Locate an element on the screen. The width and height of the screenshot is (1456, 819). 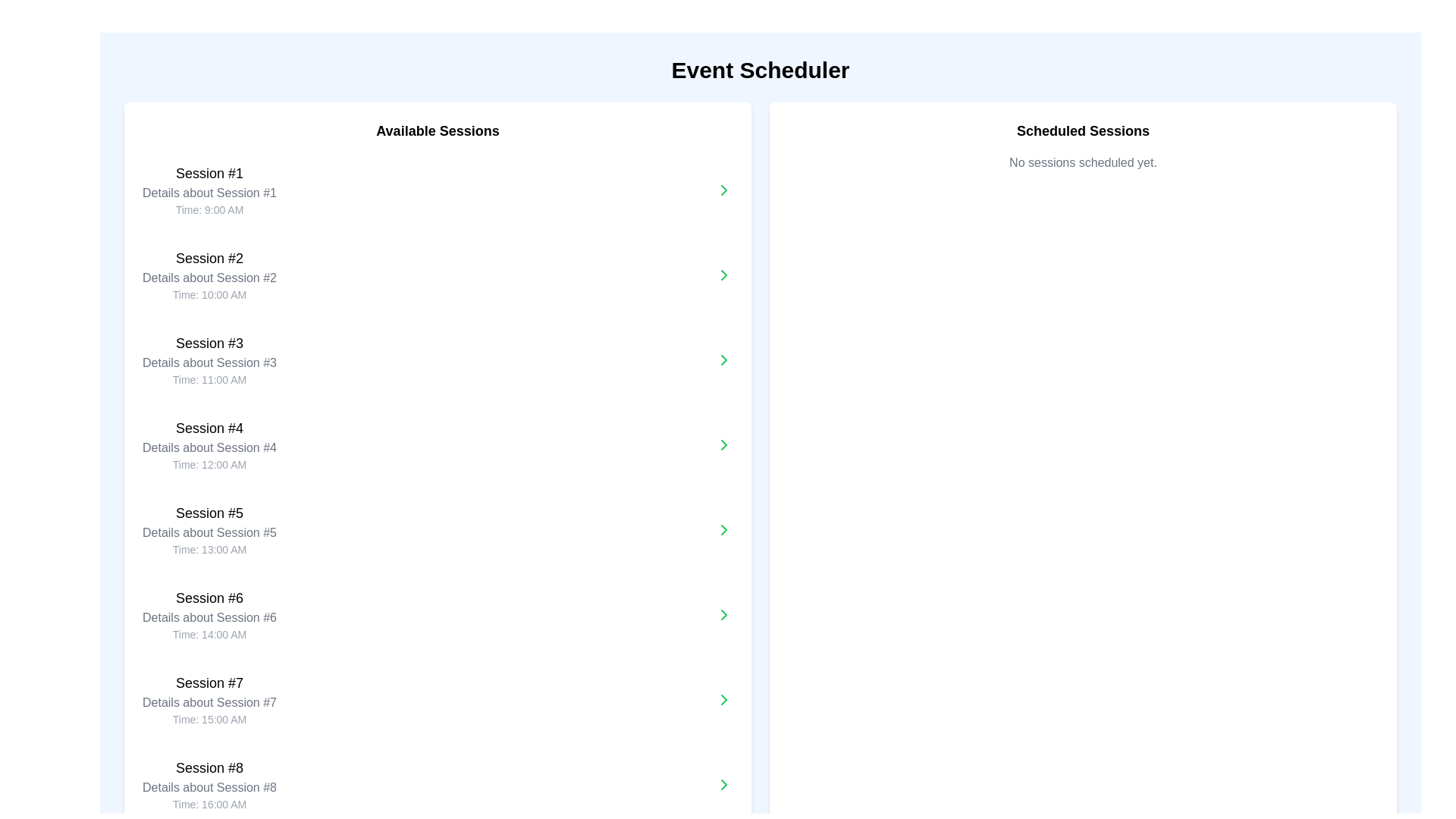
the session title 'Session #5' which is displayed in bold on the Card item located in the left column labeled 'Available Sessions.' is located at coordinates (437, 529).